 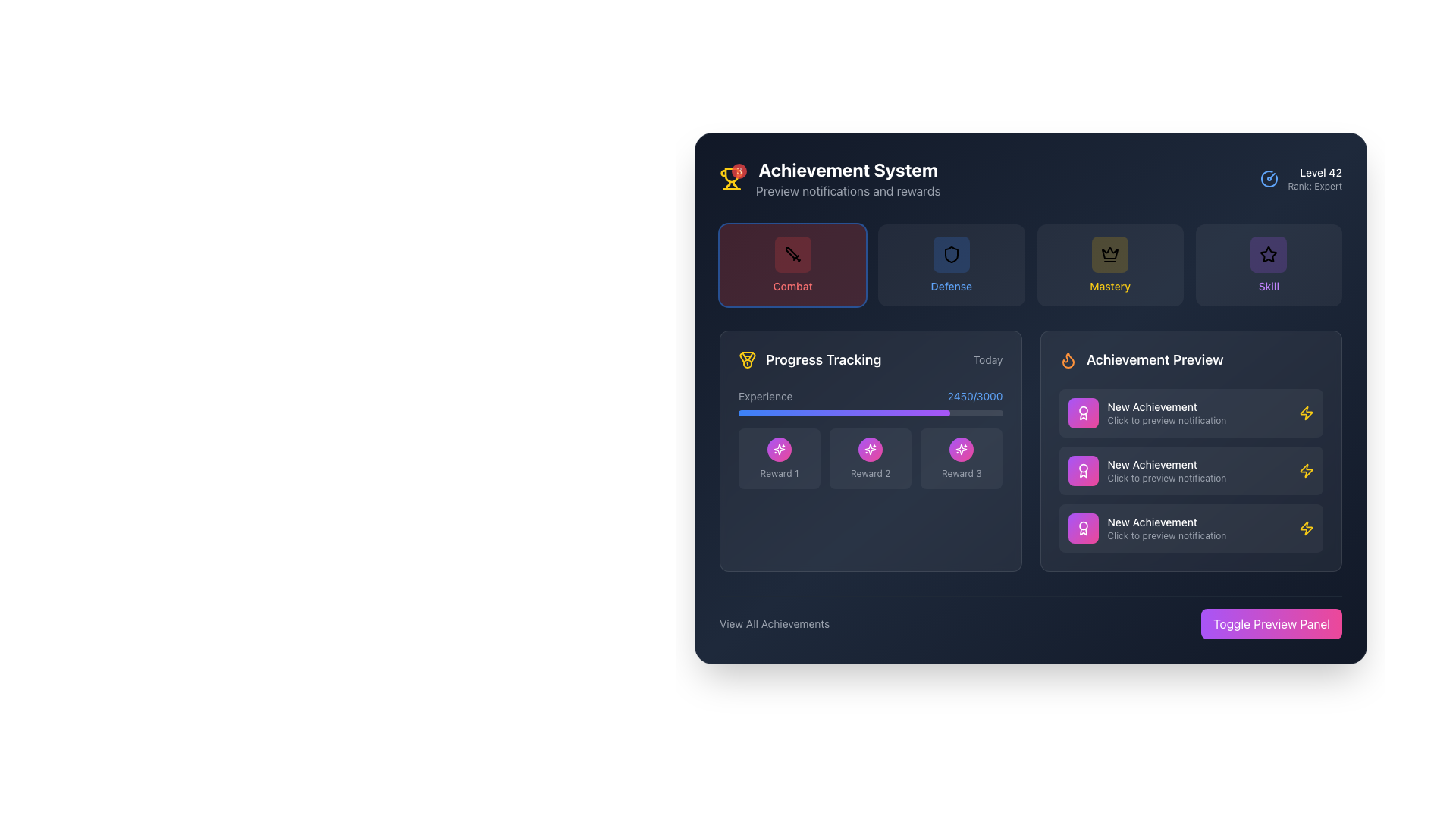 I want to click on the award icon, which is a circular medallion with ribbons, styled in white against a purple-to-pink gradient background, so click(x=1082, y=470).